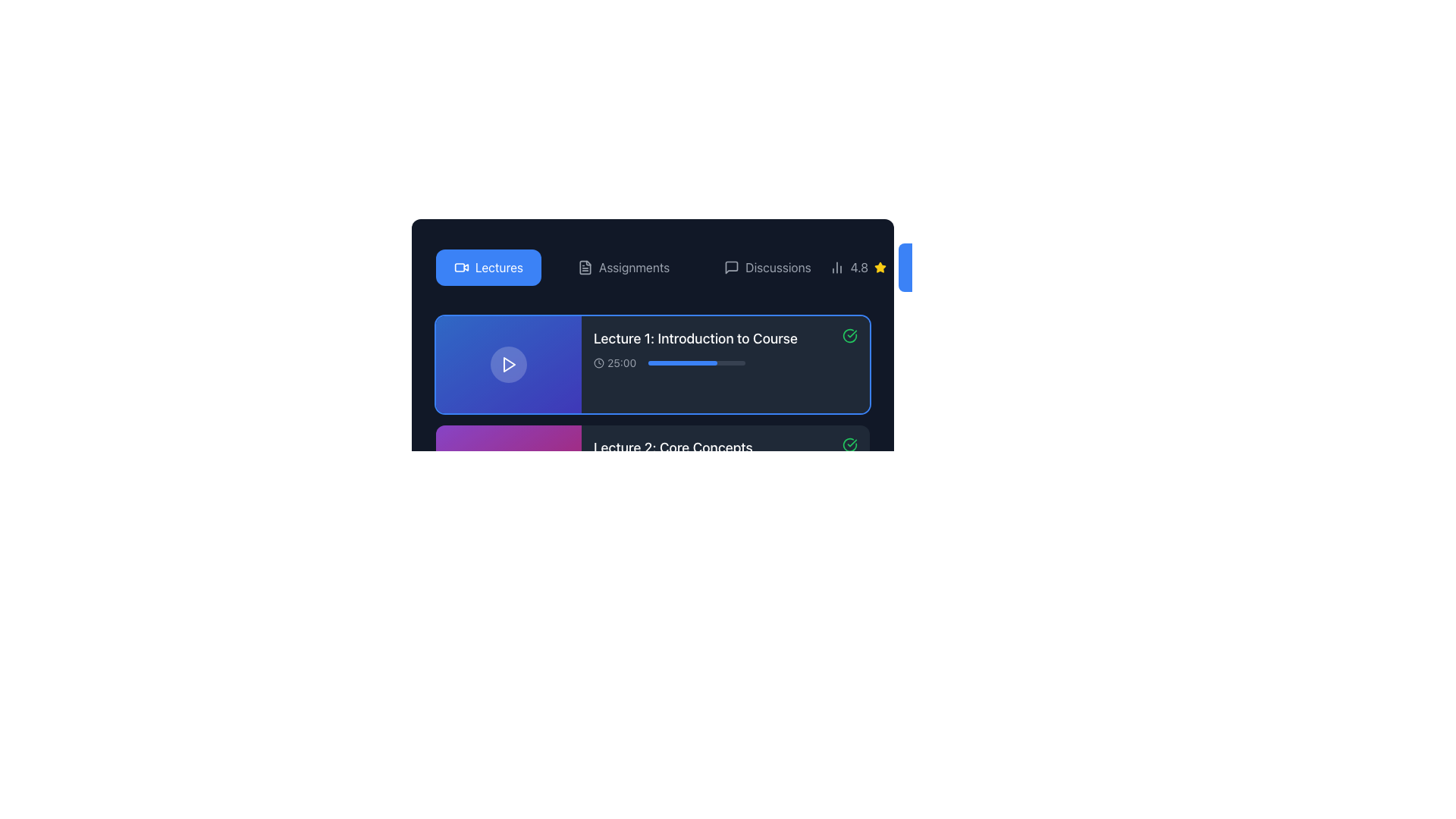 This screenshot has width=1456, height=819. Describe the element at coordinates (778, 267) in the screenshot. I see `the text label located in the top navigation bar, to the right of 'Assignments' and following a speech bubble icon` at that location.